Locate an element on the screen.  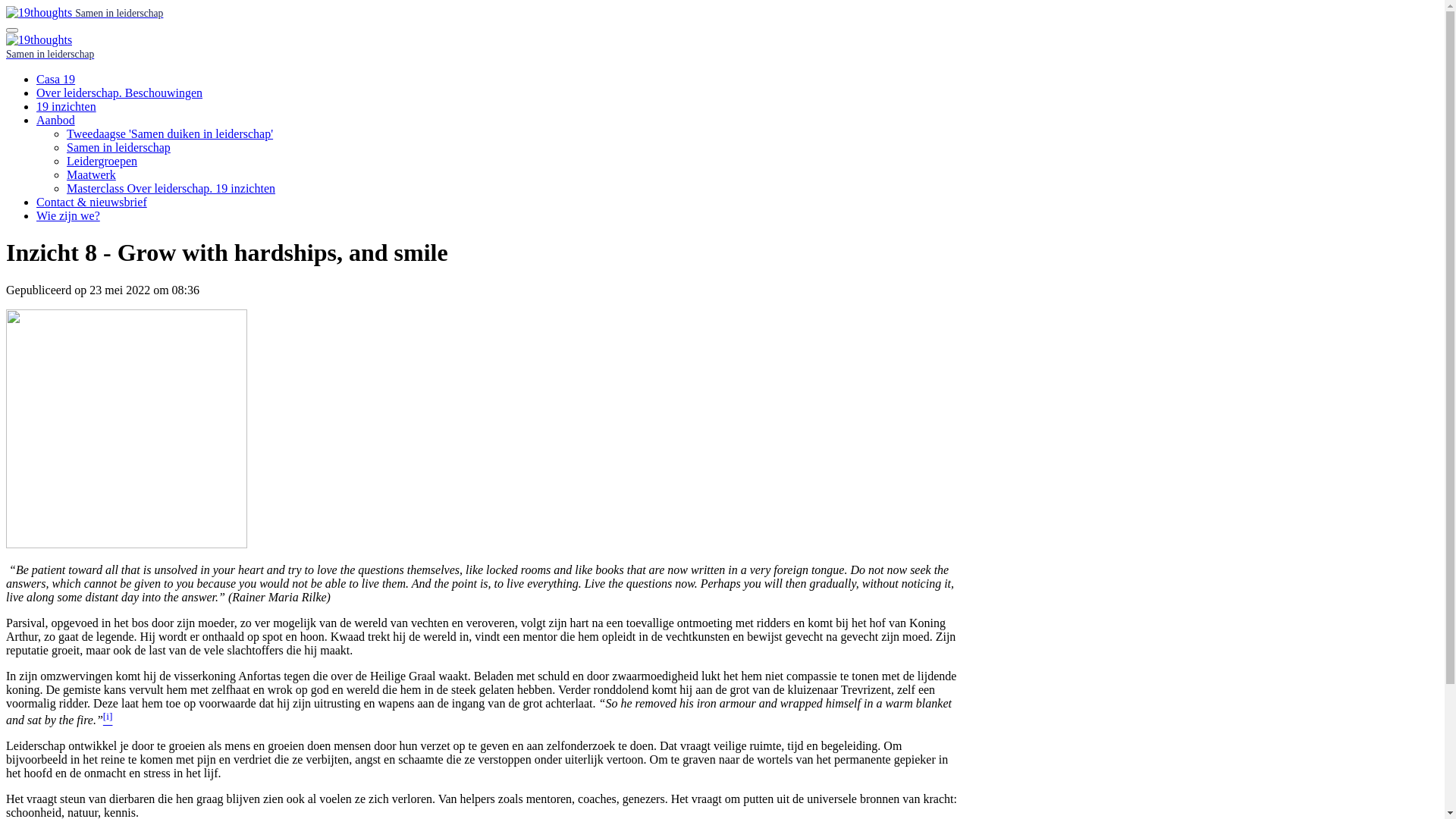
'19thoughts' is located at coordinates (39, 12).